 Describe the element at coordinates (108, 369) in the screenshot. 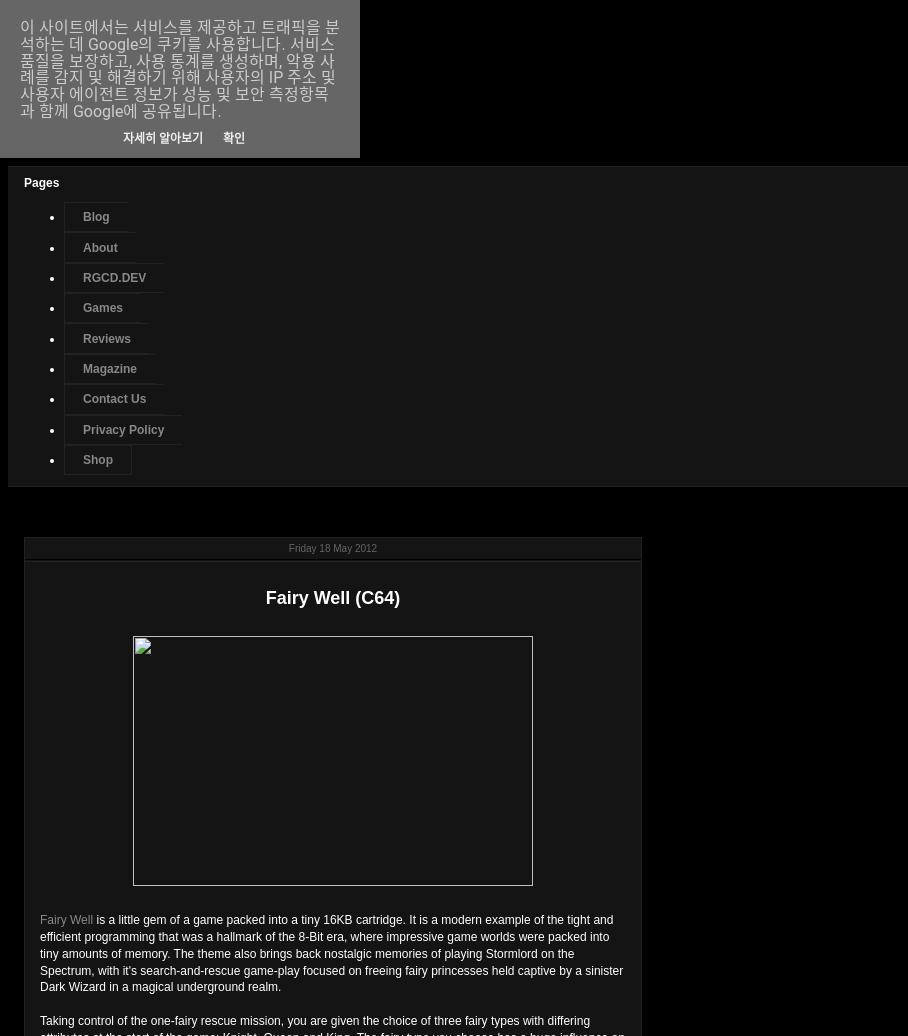

I see `'Magazine'` at that location.